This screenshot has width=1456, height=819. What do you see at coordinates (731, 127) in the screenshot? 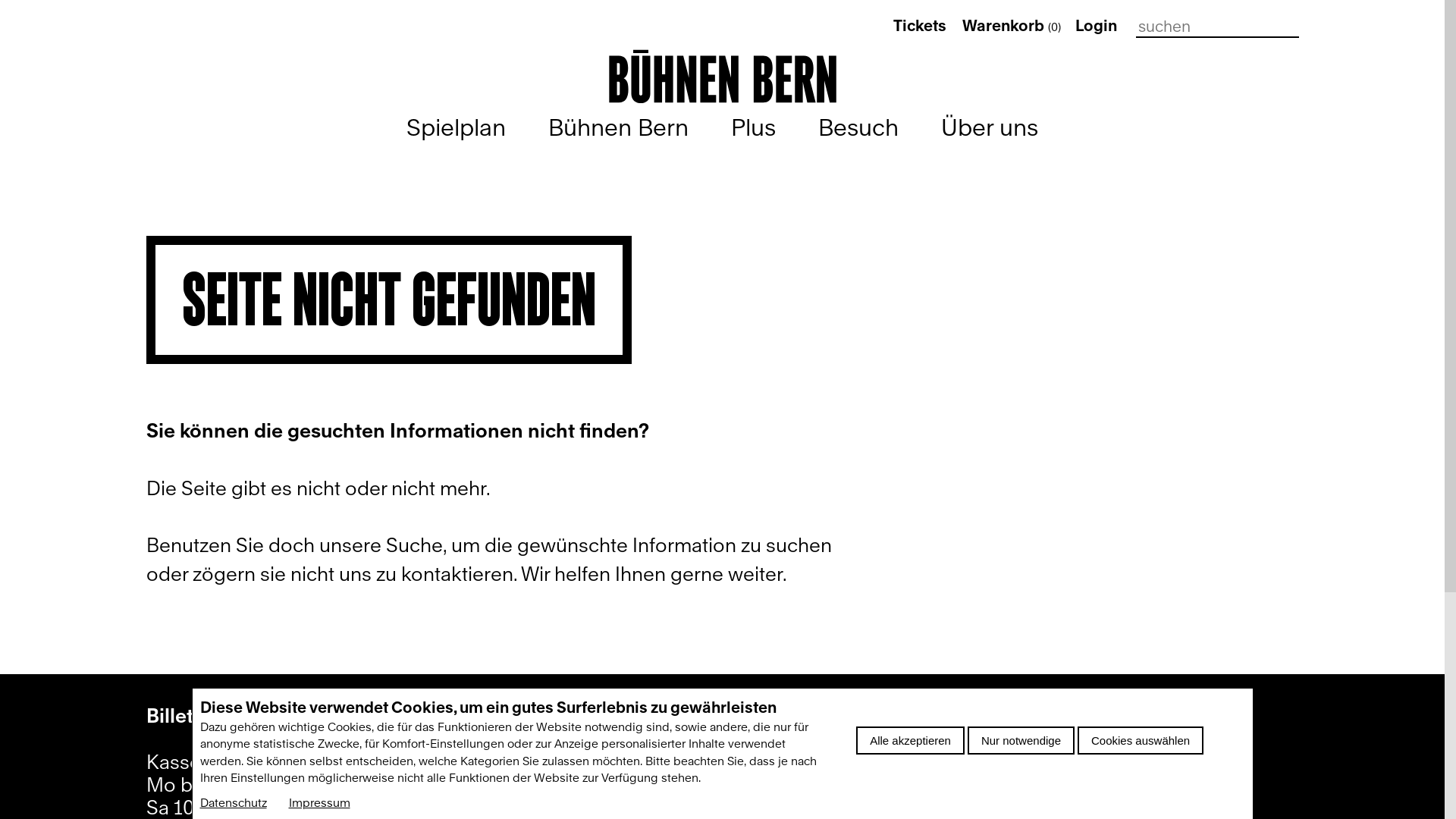
I see `'Plus'` at bounding box center [731, 127].